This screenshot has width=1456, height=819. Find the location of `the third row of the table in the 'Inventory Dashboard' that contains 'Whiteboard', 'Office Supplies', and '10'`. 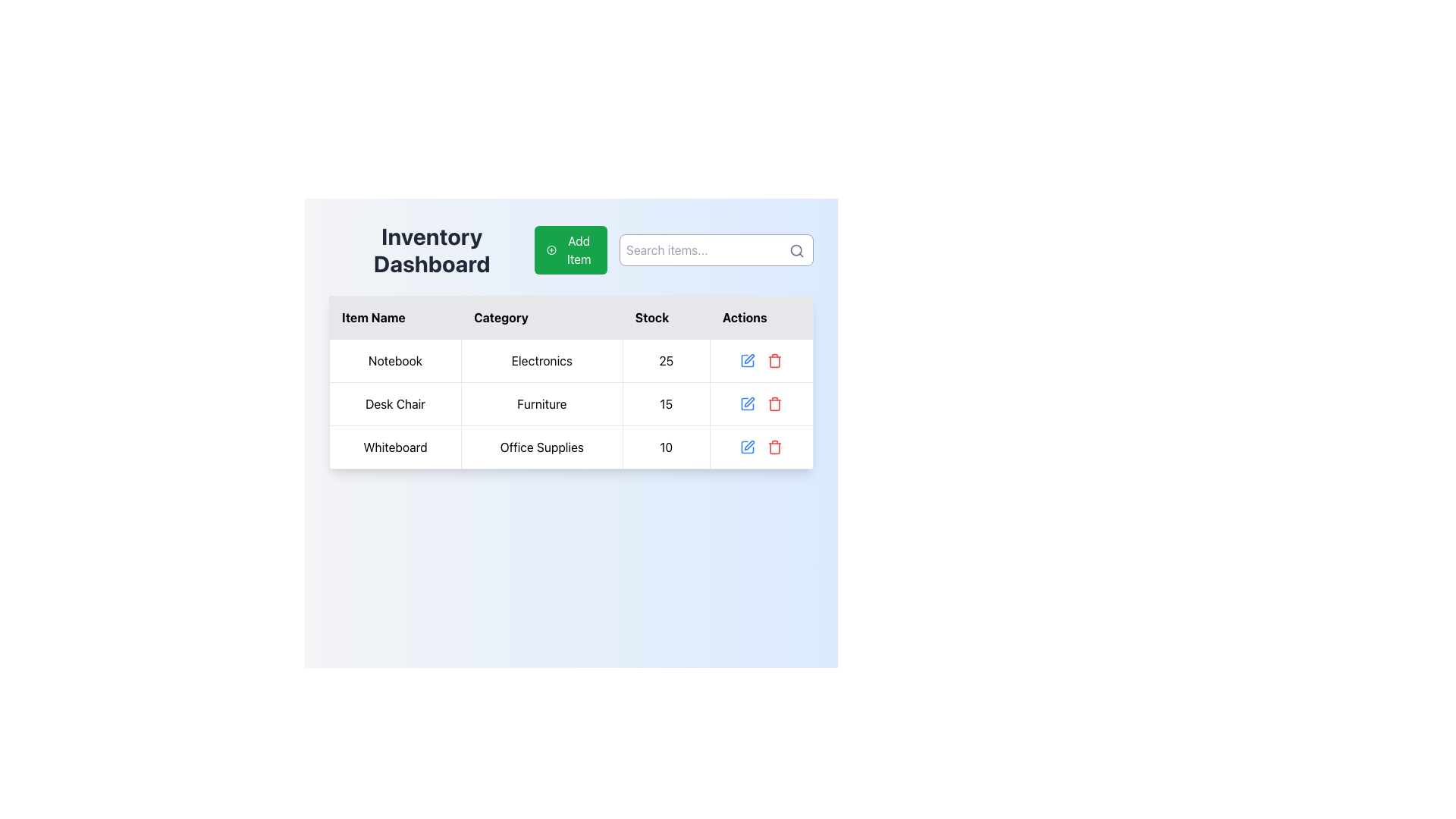

the third row of the table in the 'Inventory Dashboard' that contains 'Whiteboard', 'Office Supplies', and '10' is located at coordinates (570, 447).